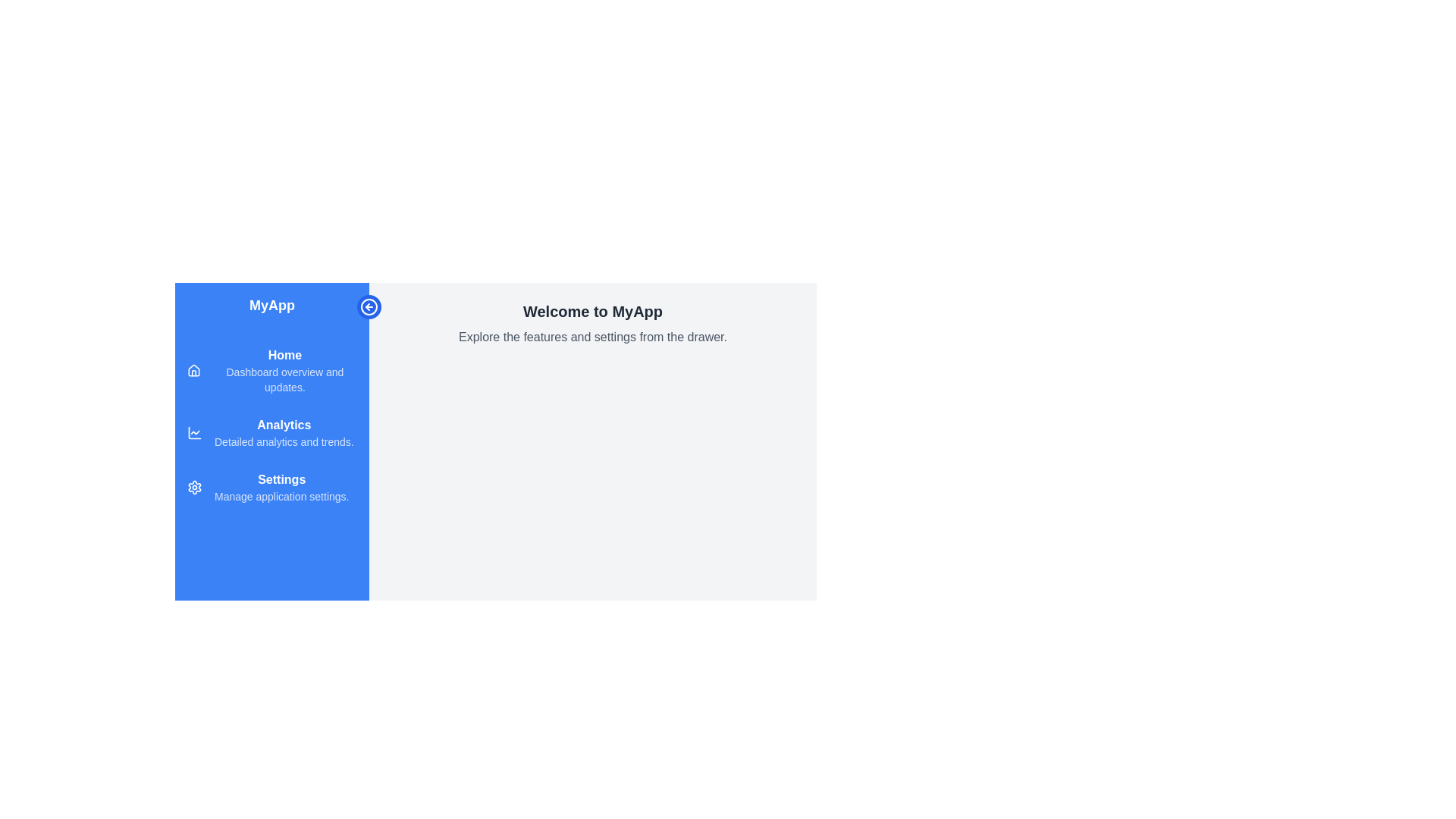 The image size is (1456, 819). What do you see at coordinates (272, 371) in the screenshot?
I see `the menu item Home to view its hover effect` at bounding box center [272, 371].